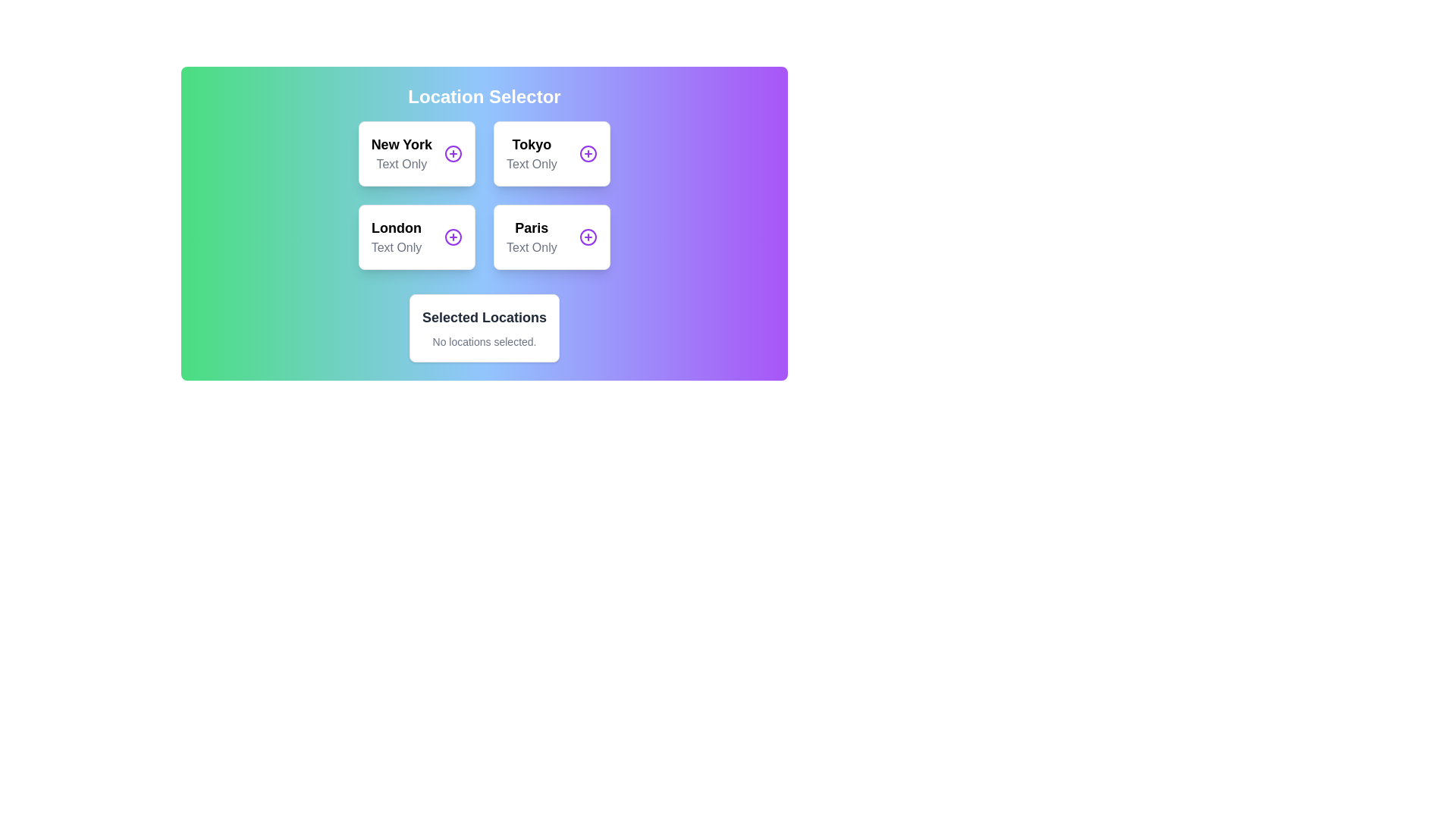 This screenshot has height=819, width=1456. What do you see at coordinates (551, 154) in the screenshot?
I see `the 'Tokyo' location card in the grid layout` at bounding box center [551, 154].